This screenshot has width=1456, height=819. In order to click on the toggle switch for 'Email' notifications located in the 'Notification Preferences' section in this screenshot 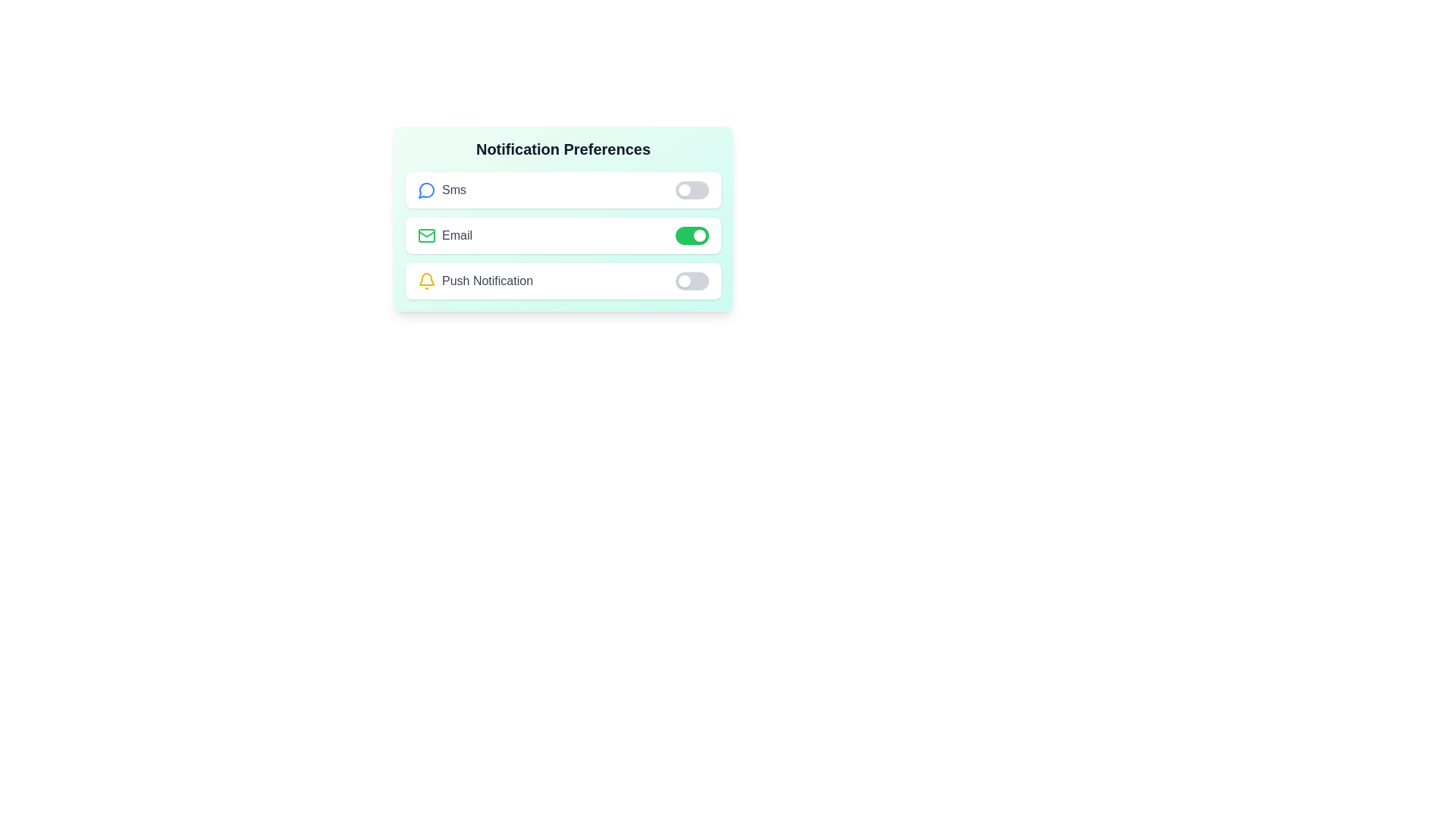, I will do `click(563, 236)`.